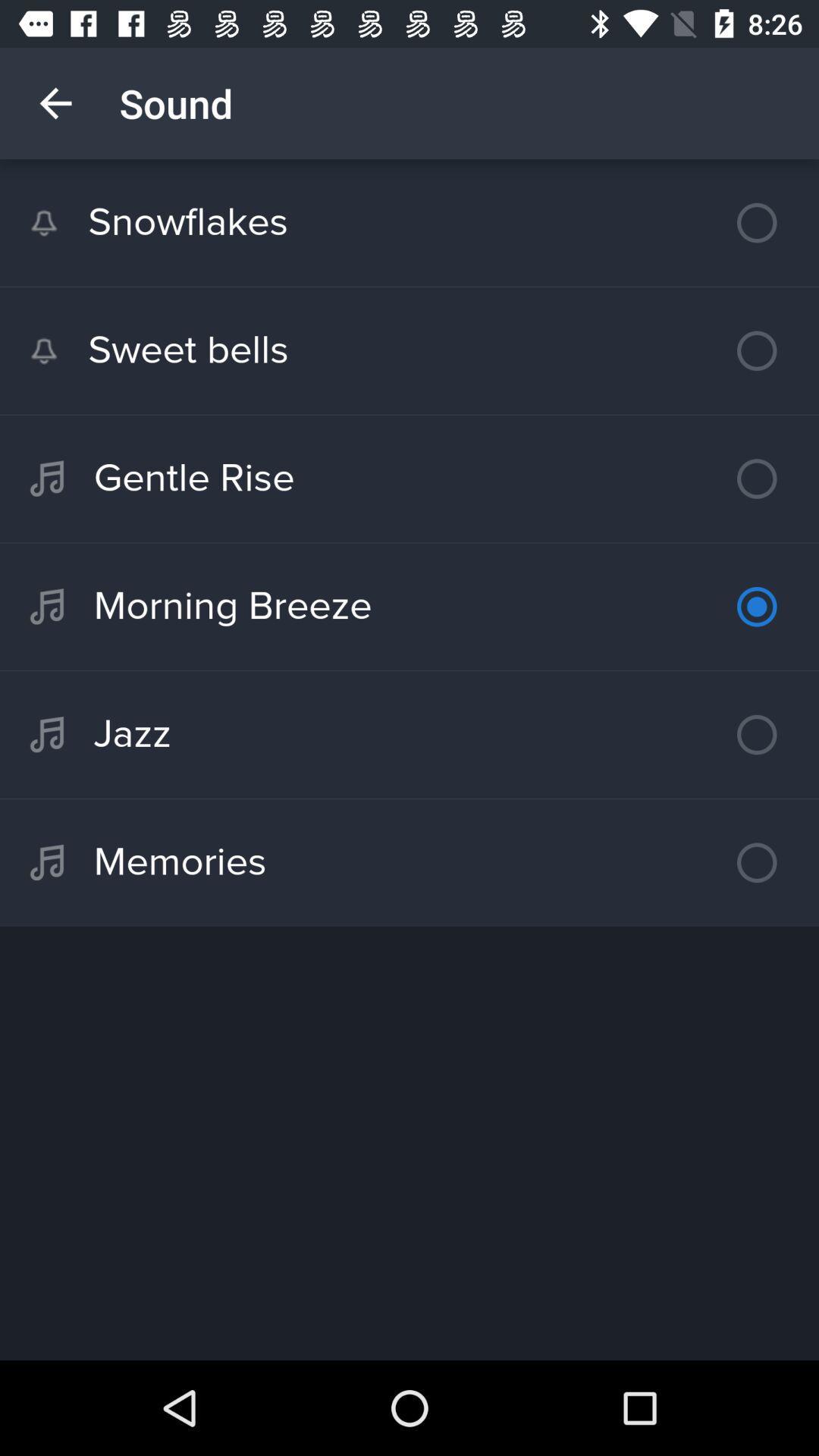  What do you see at coordinates (55, 102) in the screenshot?
I see `icon above the snowflakes` at bounding box center [55, 102].